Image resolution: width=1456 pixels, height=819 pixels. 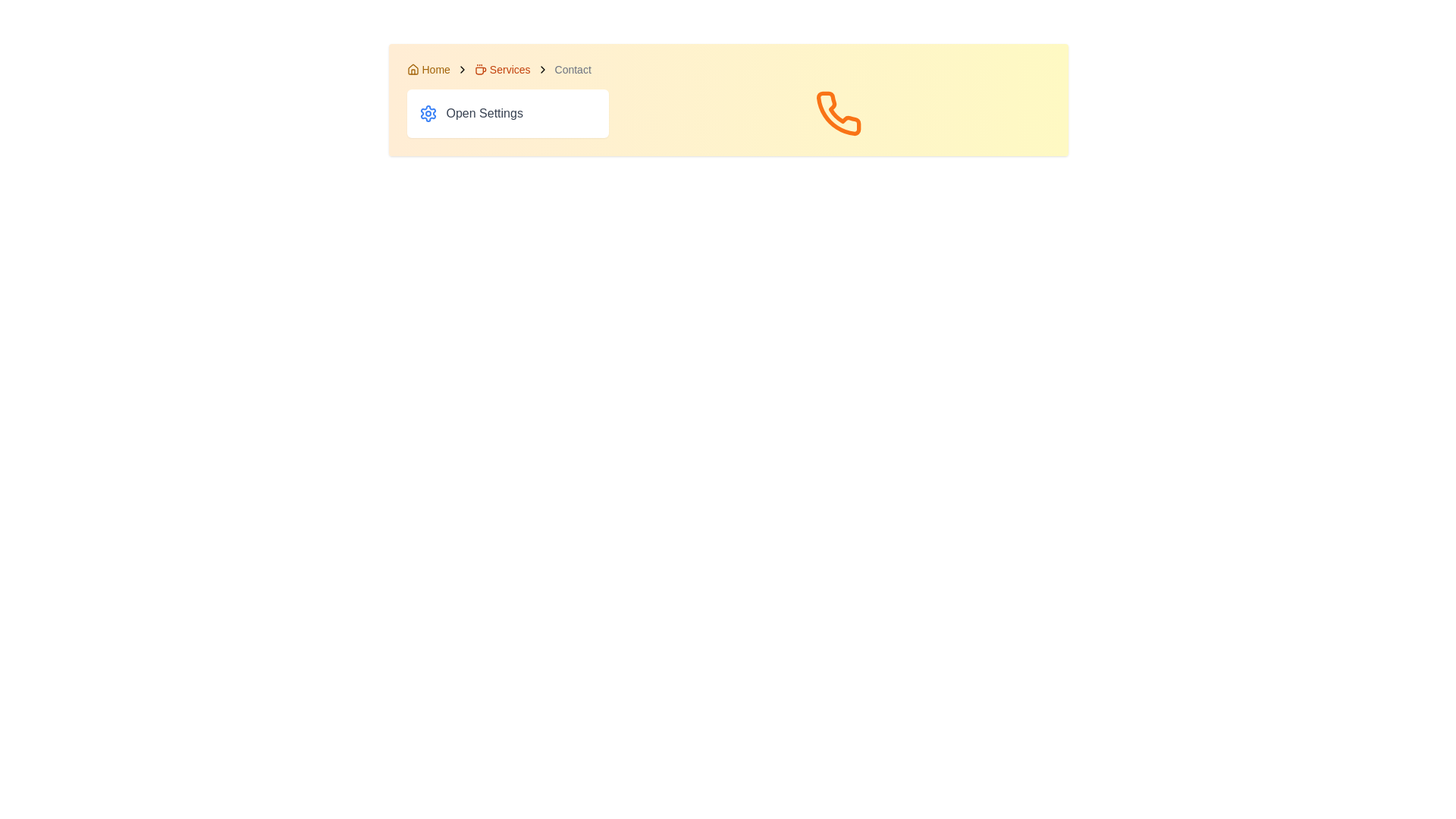 I want to click on the 'Services' link in the breadcrumb navigation bar, so click(x=502, y=70).